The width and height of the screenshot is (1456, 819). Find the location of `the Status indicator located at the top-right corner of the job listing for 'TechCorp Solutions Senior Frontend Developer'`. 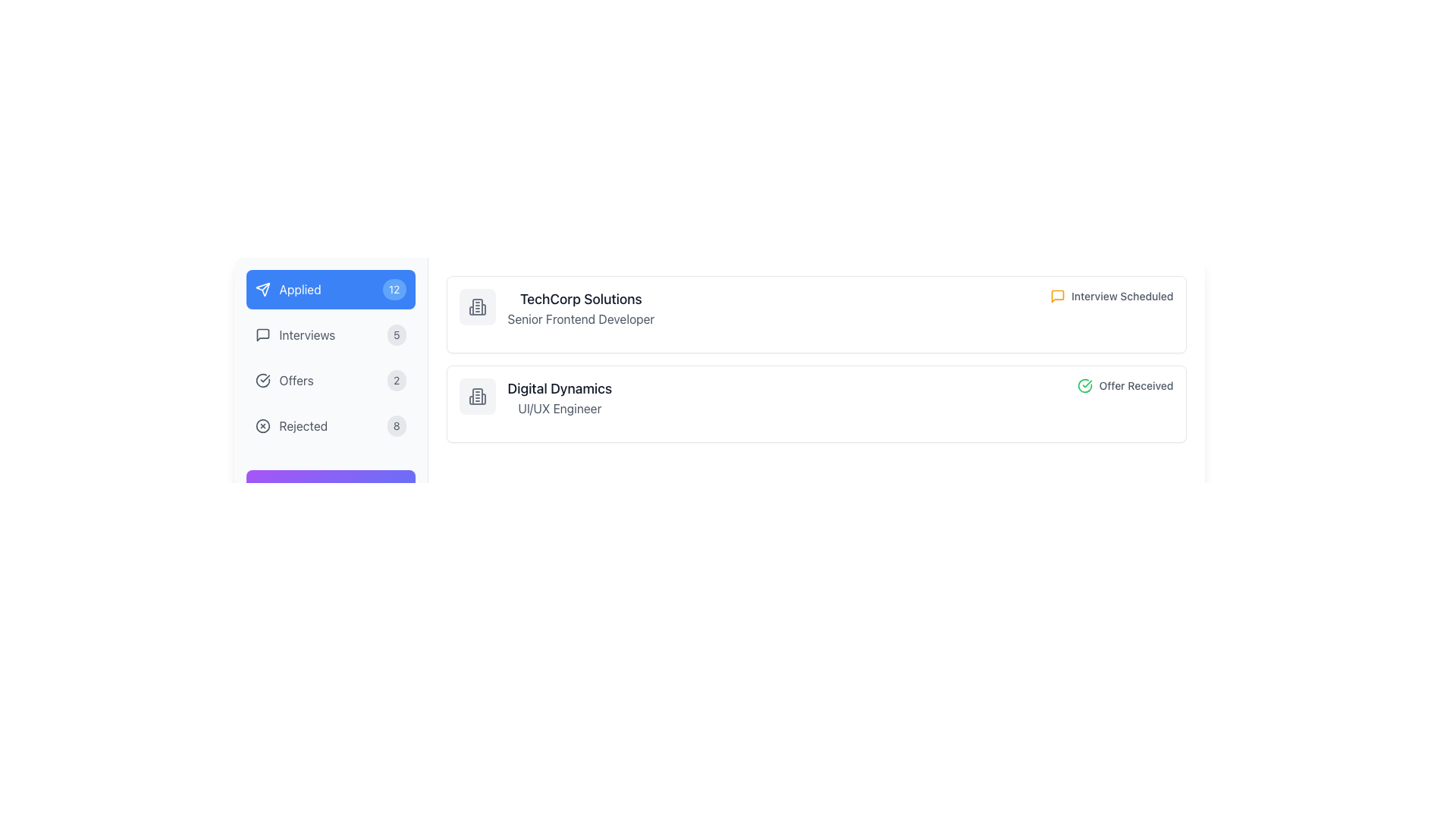

the Status indicator located at the top-right corner of the job listing for 'TechCorp Solutions Senior Frontend Developer' is located at coordinates (1112, 296).